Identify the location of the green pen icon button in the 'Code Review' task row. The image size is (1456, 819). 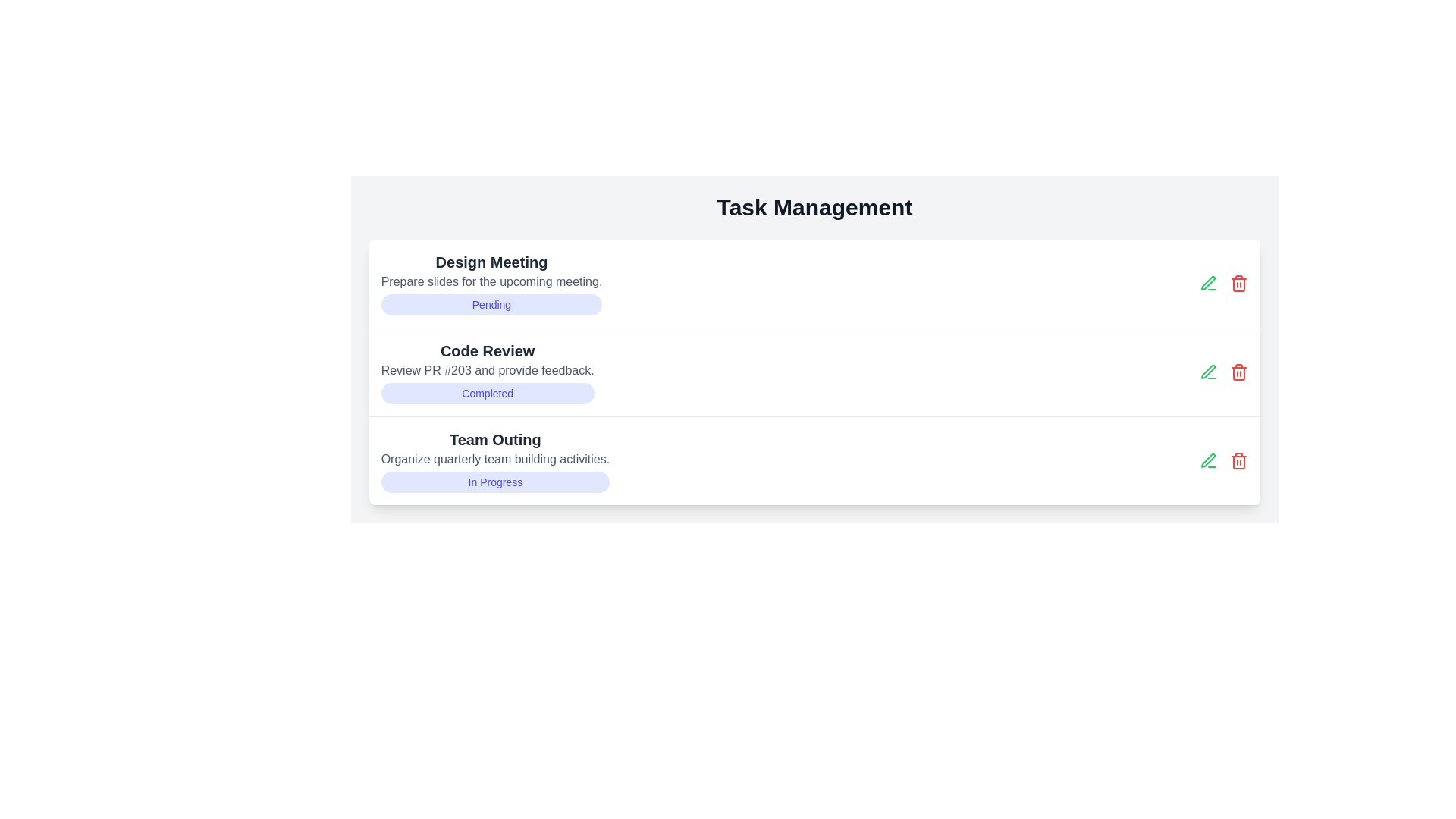
(1208, 284).